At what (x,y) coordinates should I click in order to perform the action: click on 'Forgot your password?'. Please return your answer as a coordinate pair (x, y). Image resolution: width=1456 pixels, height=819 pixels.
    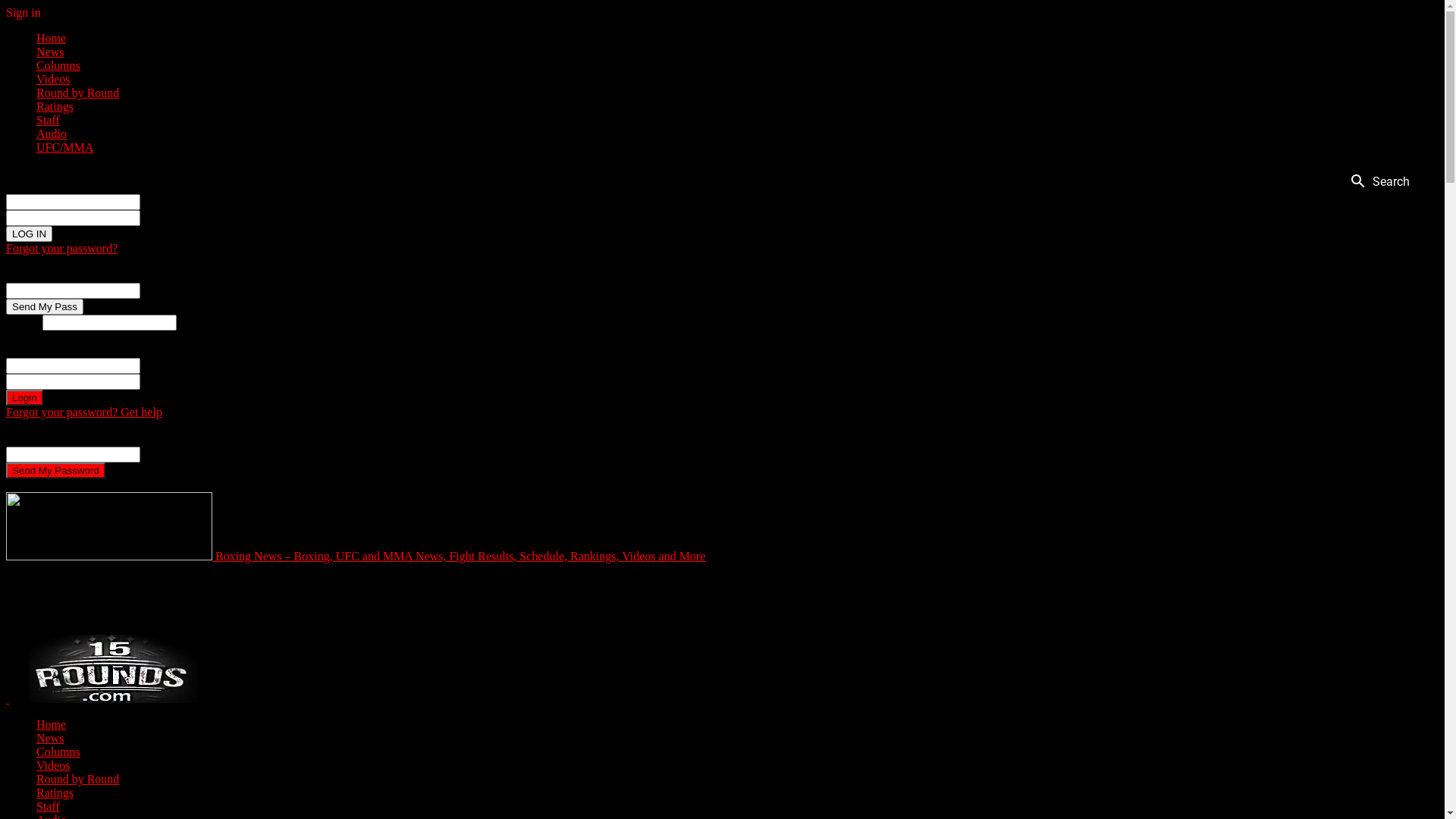
    Looking at the image, I should click on (6, 247).